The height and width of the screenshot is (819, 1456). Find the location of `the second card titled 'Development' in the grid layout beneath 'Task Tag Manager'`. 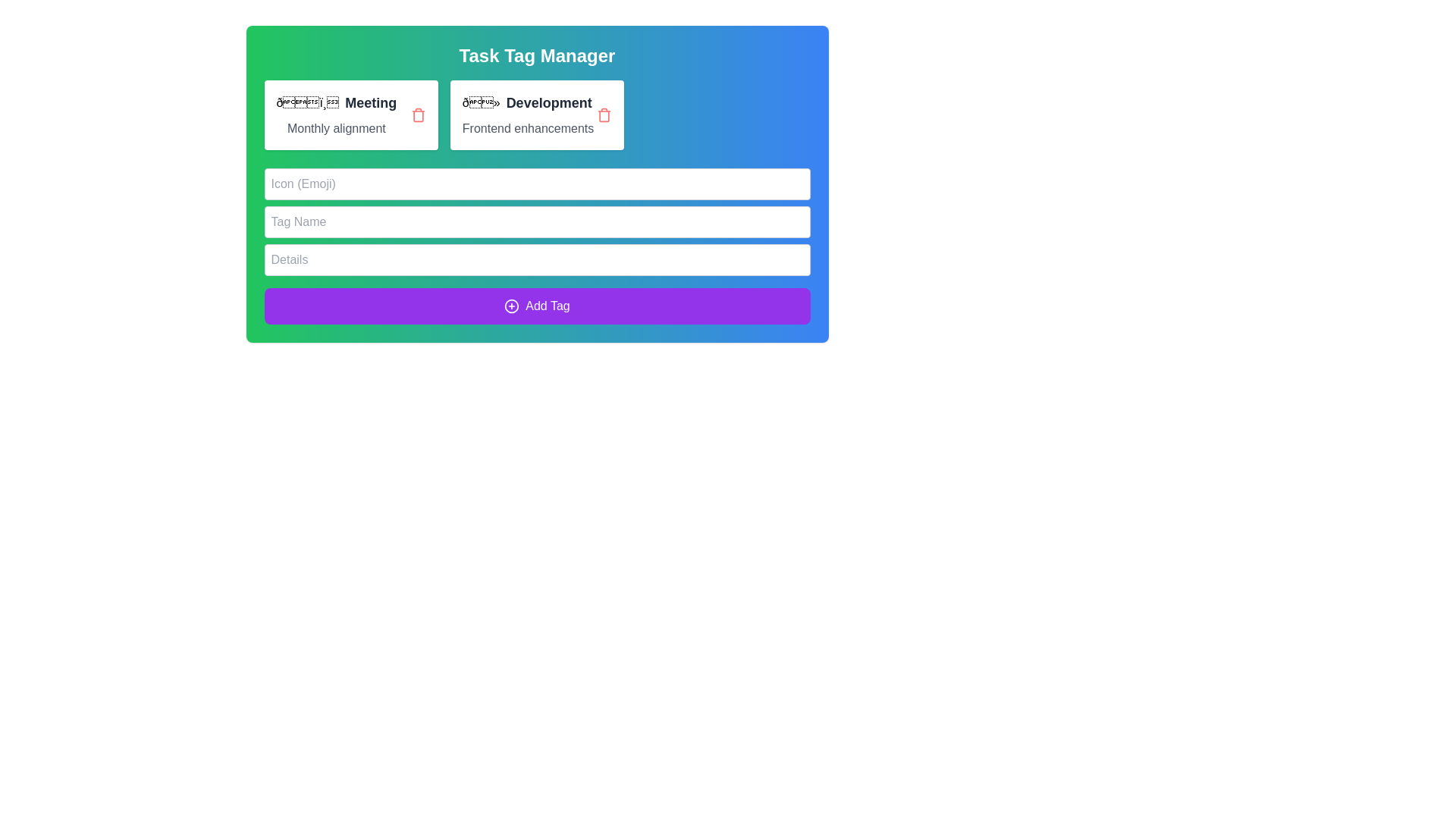

the second card titled 'Development' in the grid layout beneath 'Task Tag Manager' is located at coordinates (537, 114).